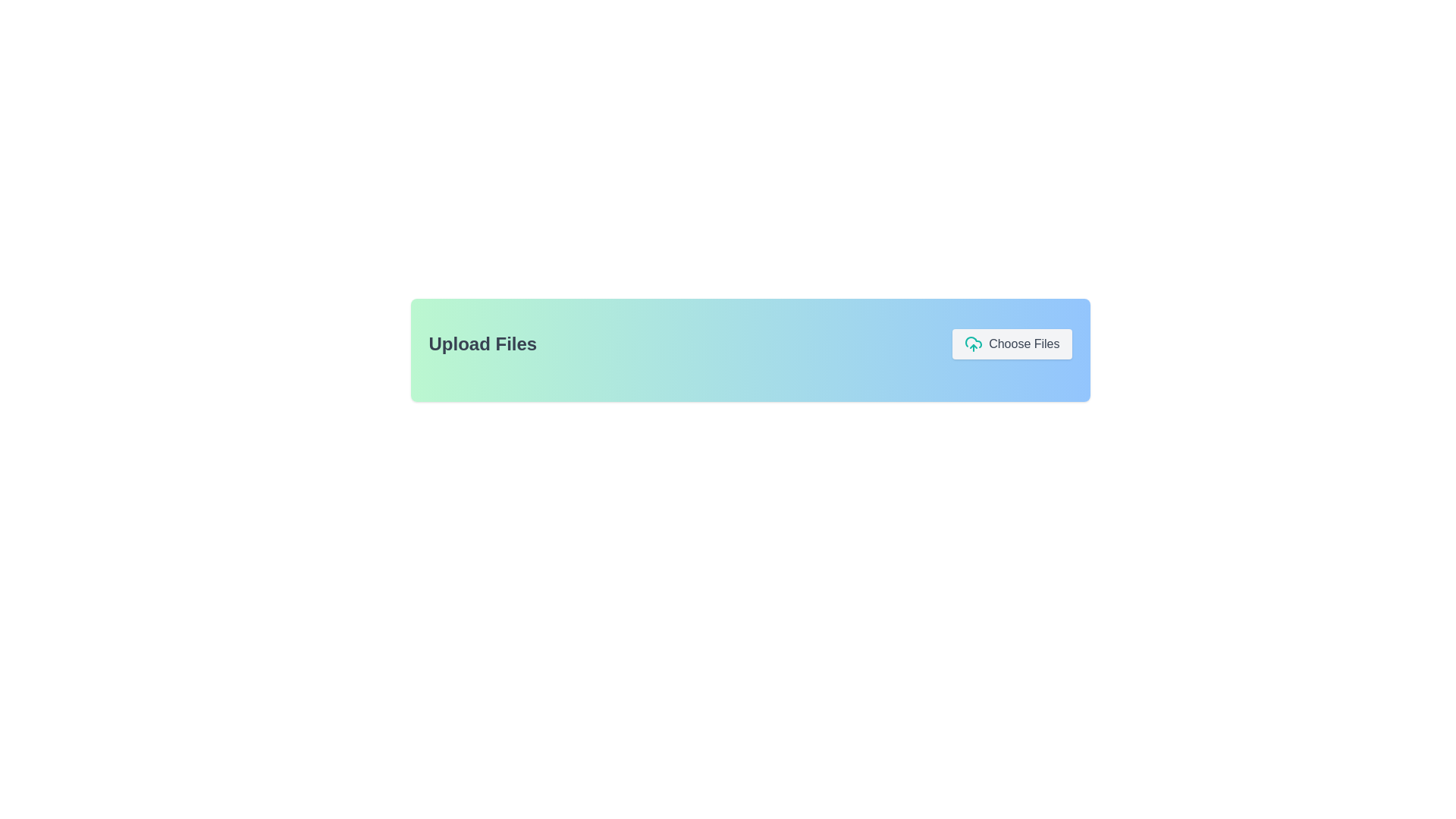 The height and width of the screenshot is (819, 1456). Describe the element at coordinates (482, 344) in the screenshot. I see `the text element that serves as a heading for the upload functionality, located on the left side of the interface, preceding the 'Choose Files' button` at that location.